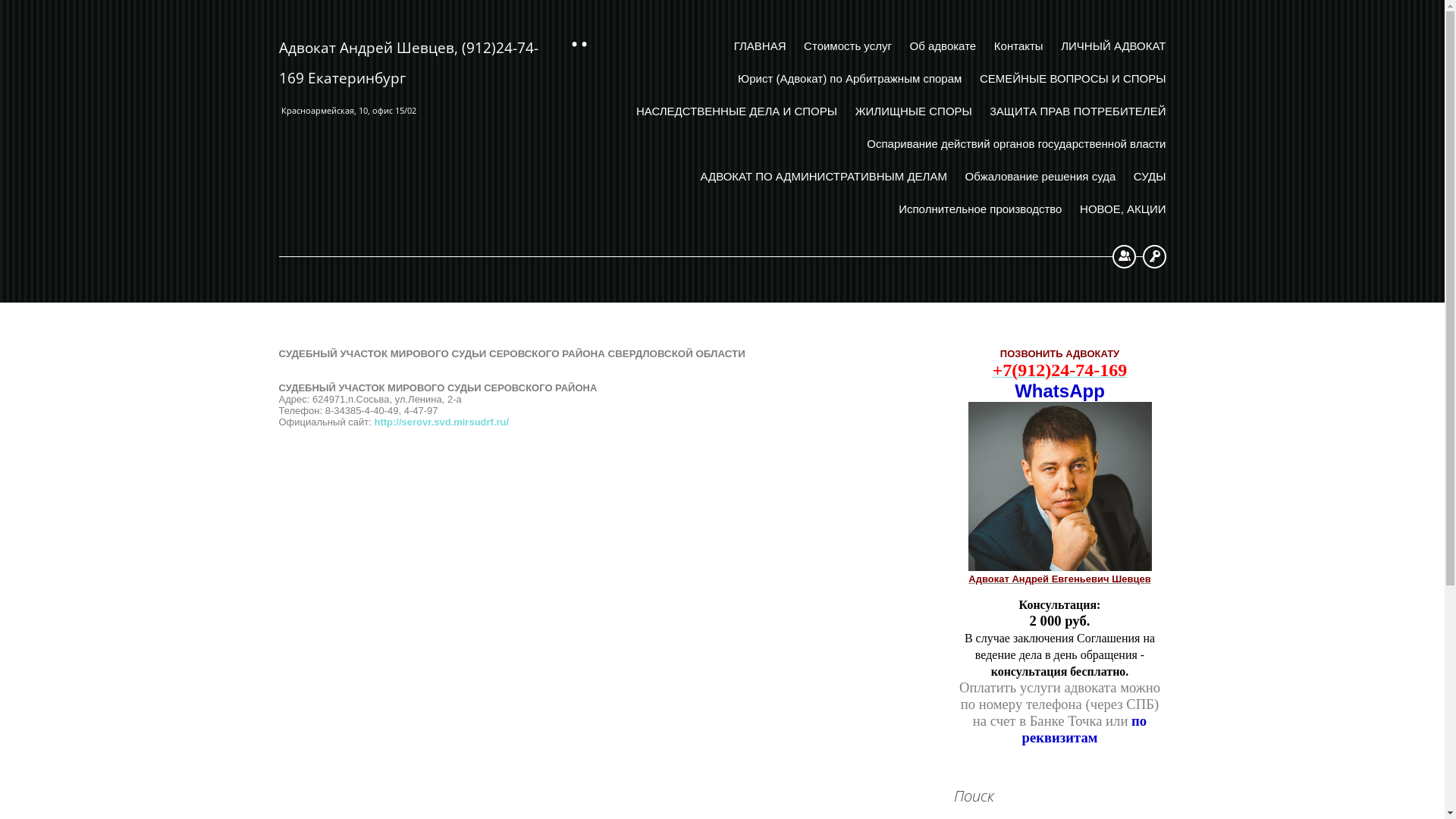 The width and height of the screenshot is (1456, 819). Describe the element at coordinates (440, 422) in the screenshot. I see `'http://serovr.svd.mirsudrf.ru/'` at that location.